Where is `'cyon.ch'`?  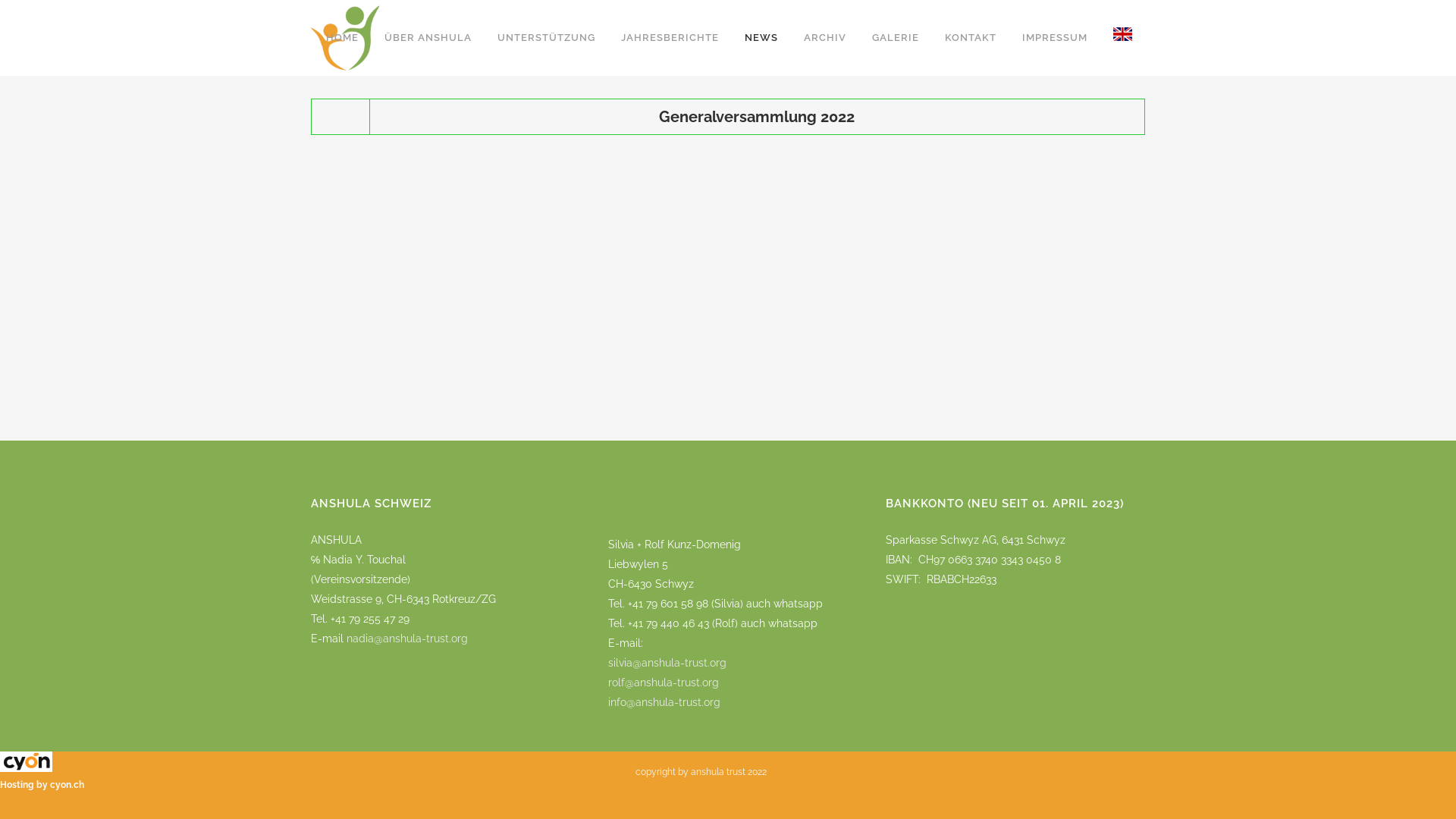 'cyon.ch' is located at coordinates (66, 784).